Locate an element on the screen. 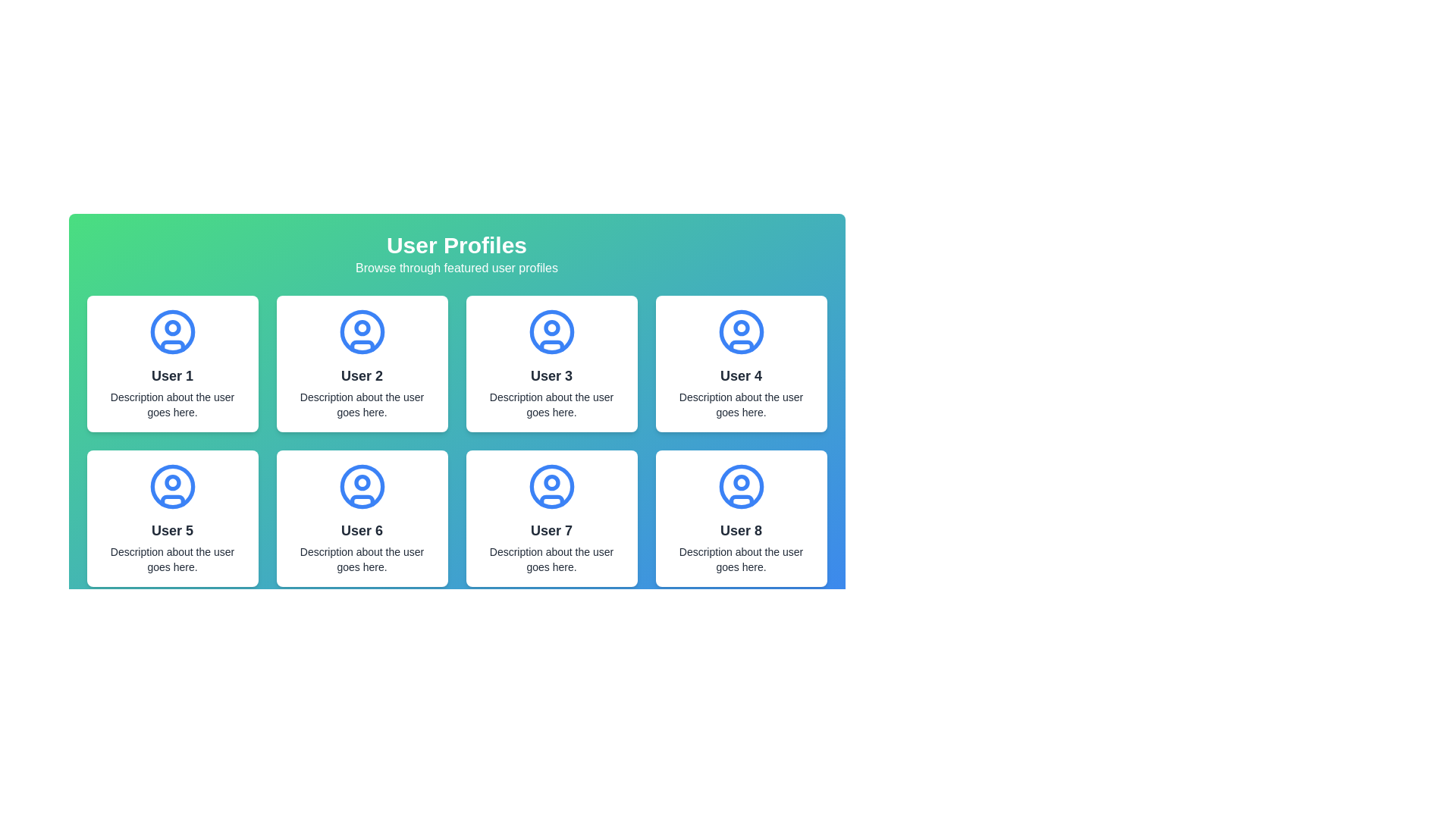  the user name text in the fourth profile card located in the upper-right corner of the grid is located at coordinates (741, 375).